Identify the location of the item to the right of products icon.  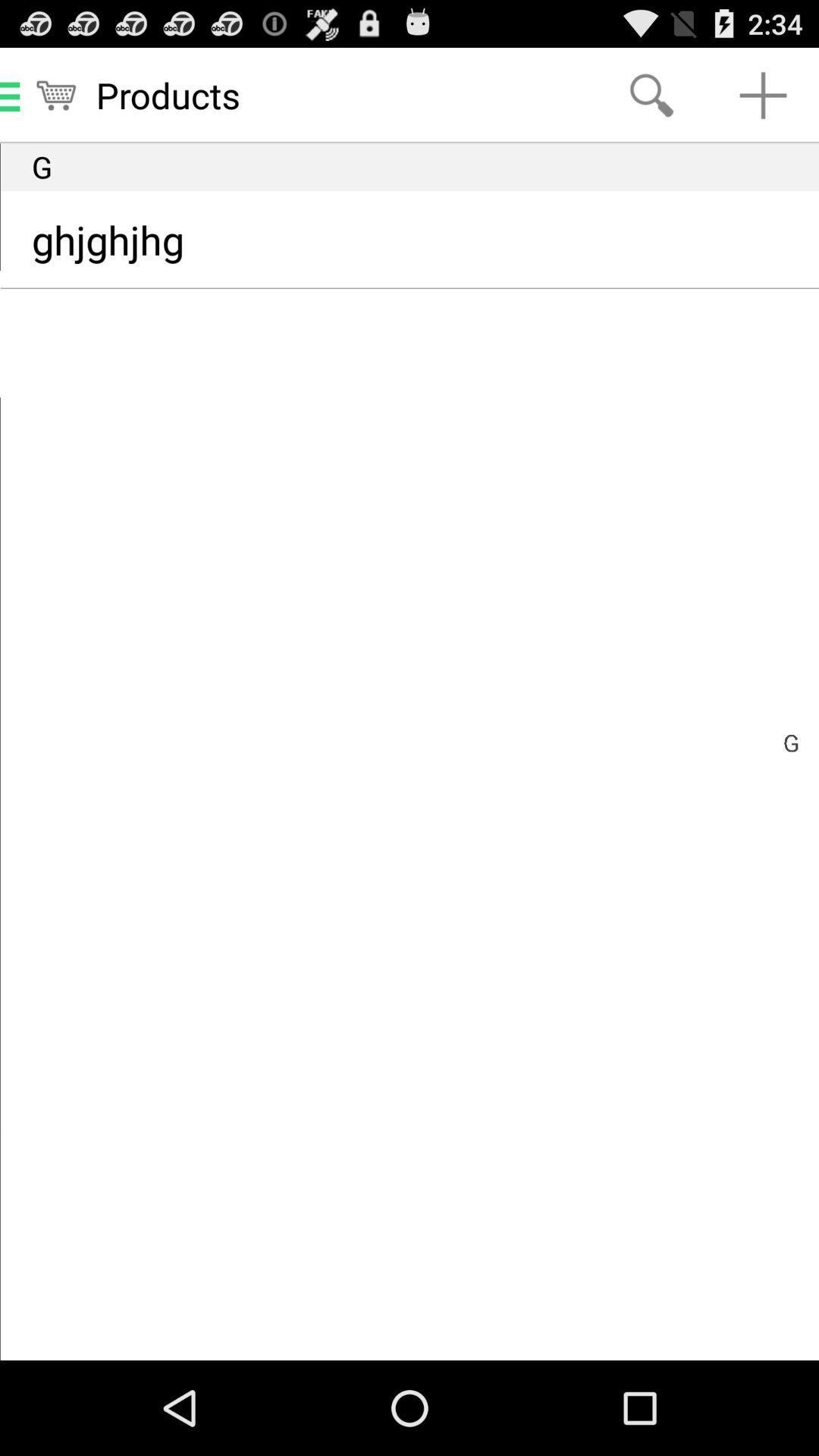
(651, 94).